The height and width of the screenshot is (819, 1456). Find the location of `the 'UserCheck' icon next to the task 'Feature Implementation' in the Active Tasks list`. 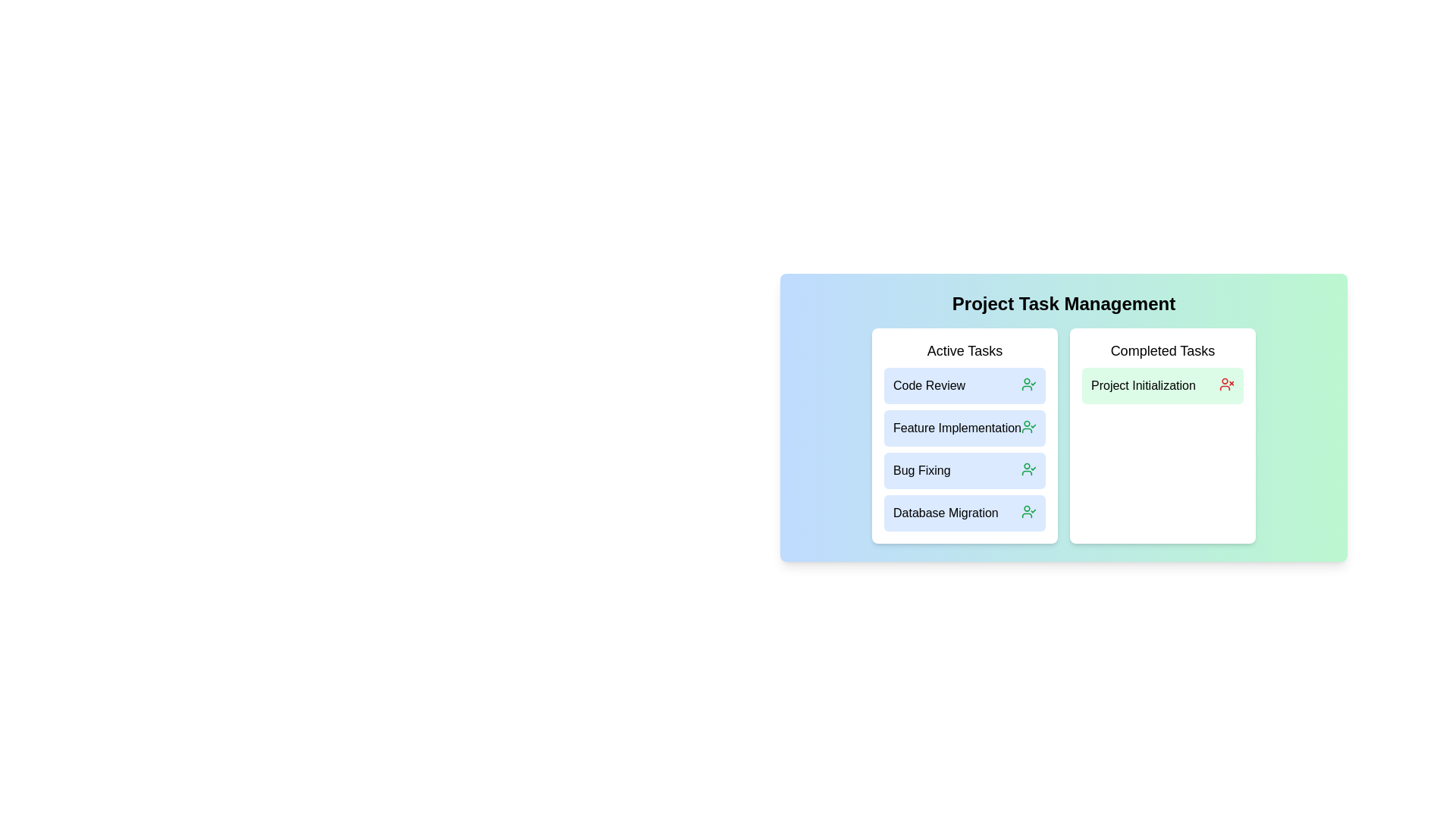

the 'UserCheck' icon next to the task 'Feature Implementation' in the Active Tasks list is located at coordinates (1029, 427).